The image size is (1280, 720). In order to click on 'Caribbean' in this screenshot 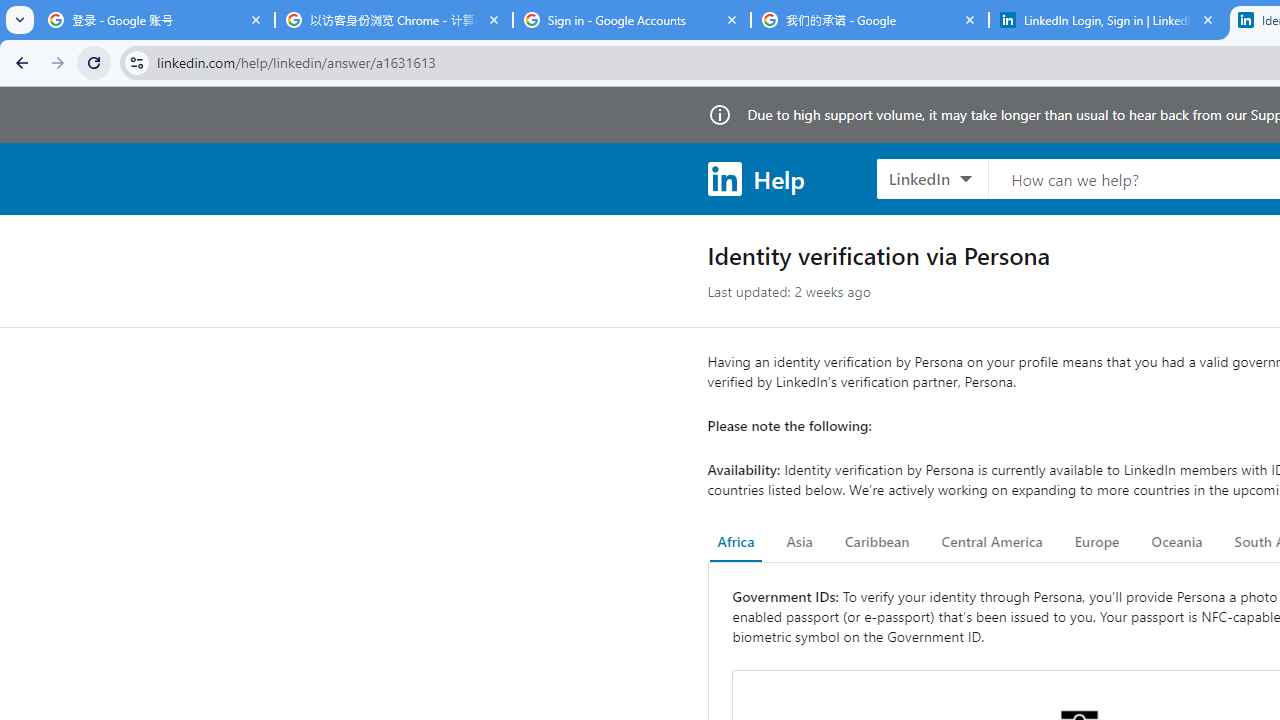, I will do `click(876, 542)`.